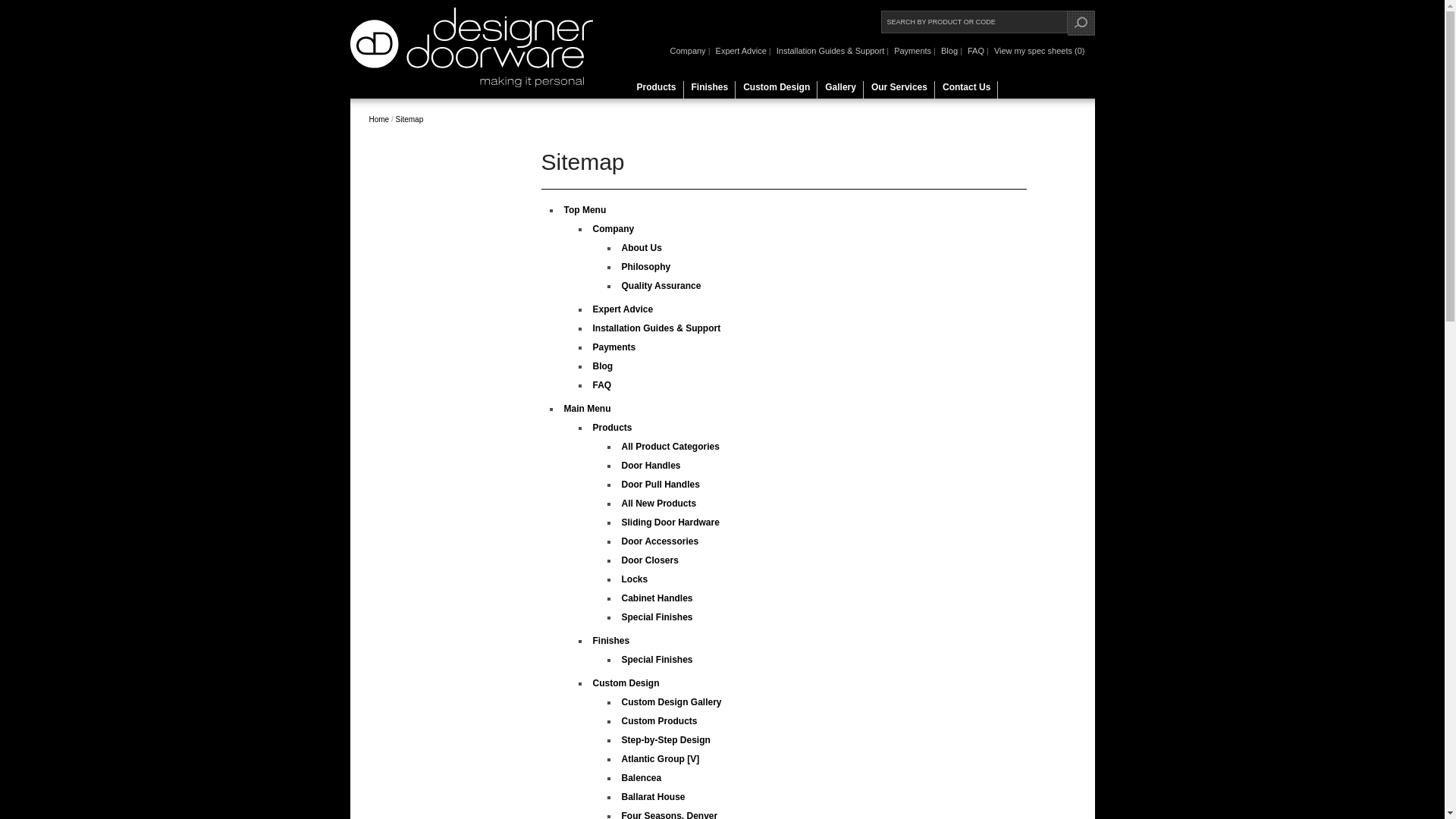 The height and width of the screenshot is (819, 1456). What do you see at coordinates (622, 446) in the screenshot?
I see `'All Product Categories'` at bounding box center [622, 446].